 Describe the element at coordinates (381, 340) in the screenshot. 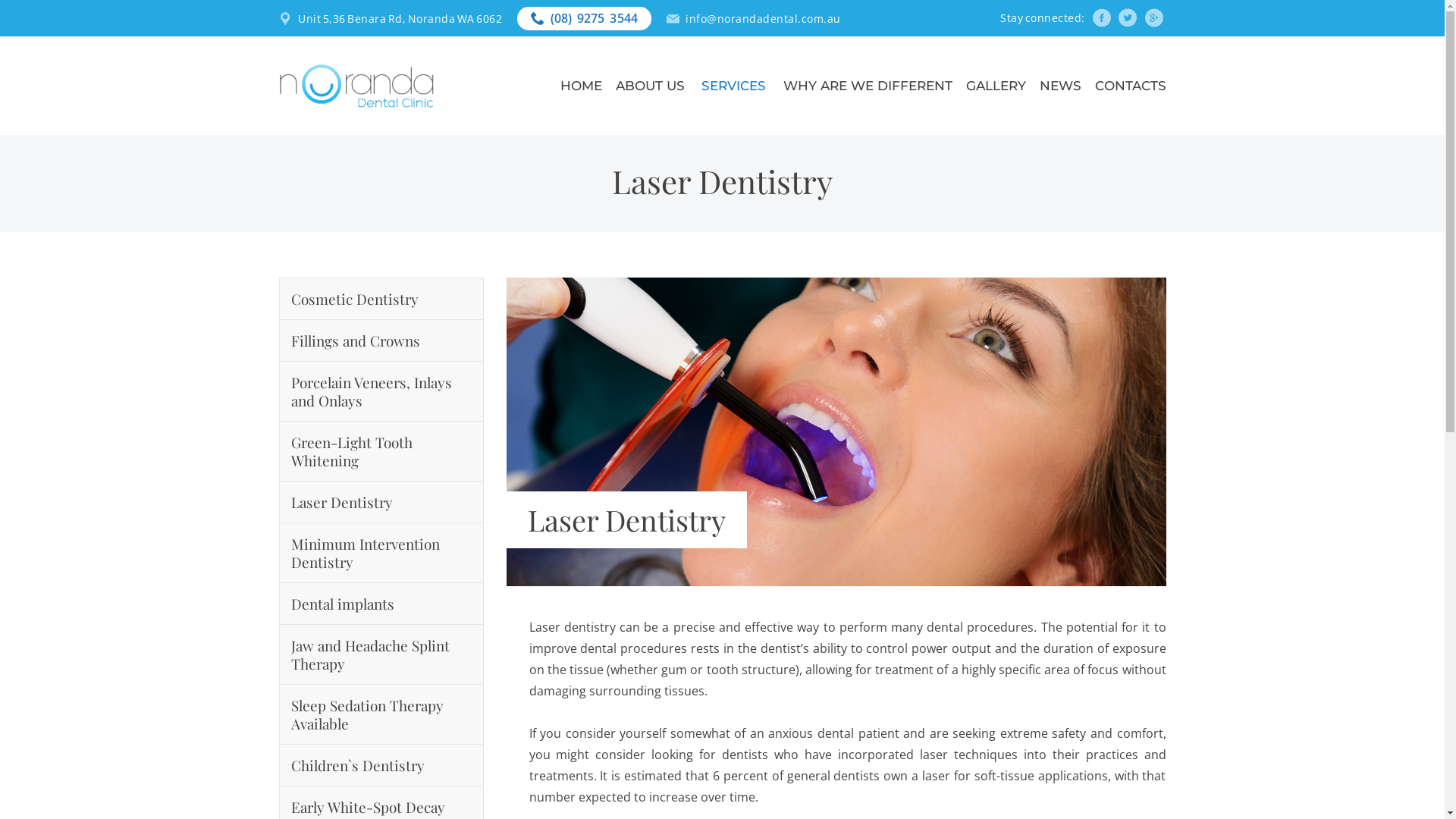

I see `'Fillings and Crowns'` at that location.